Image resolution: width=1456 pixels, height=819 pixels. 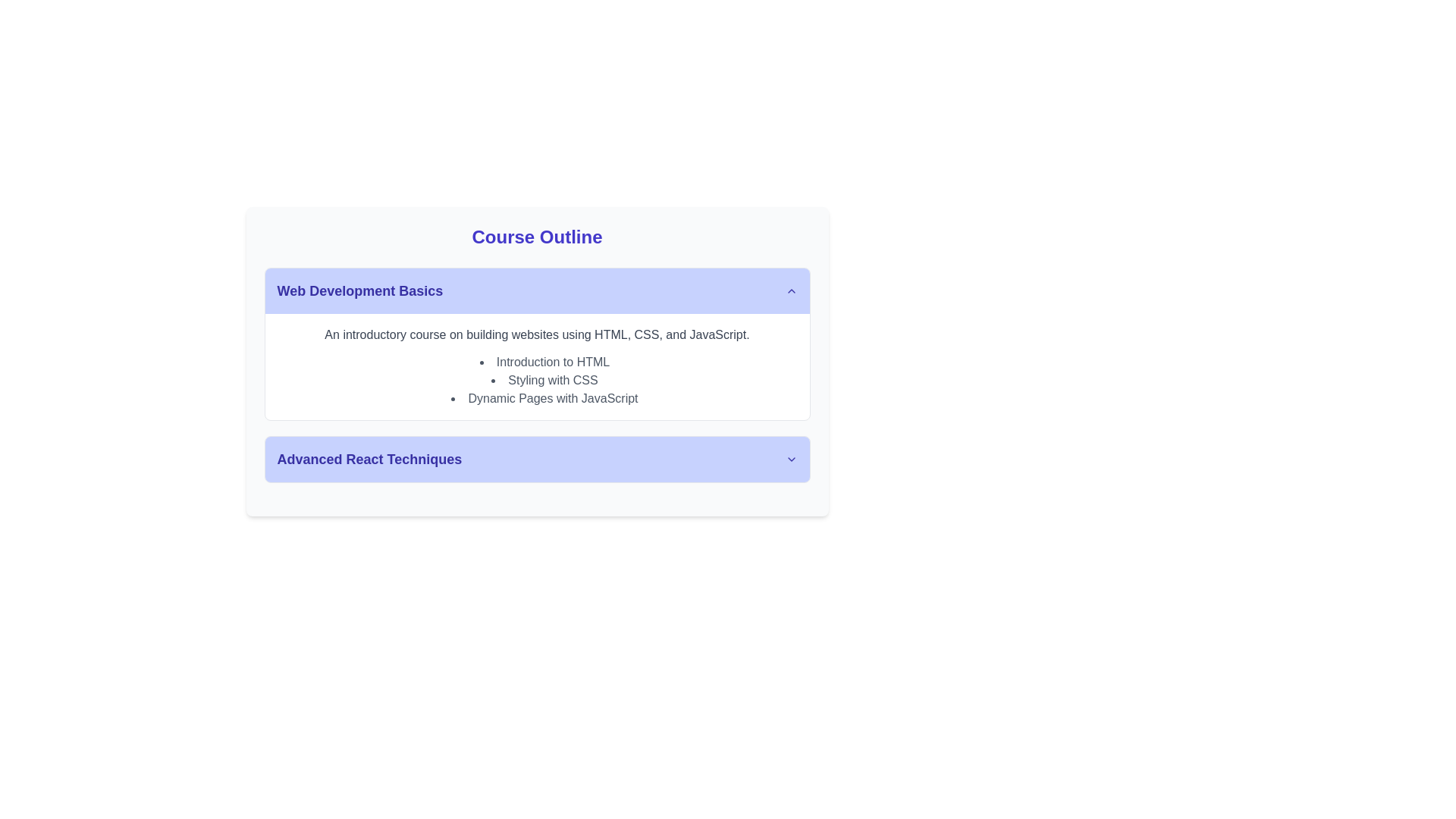 What do you see at coordinates (537, 458) in the screenshot?
I see `the toggle button for 'Advanced React Techniques' located` at bounding box center [537, 458].